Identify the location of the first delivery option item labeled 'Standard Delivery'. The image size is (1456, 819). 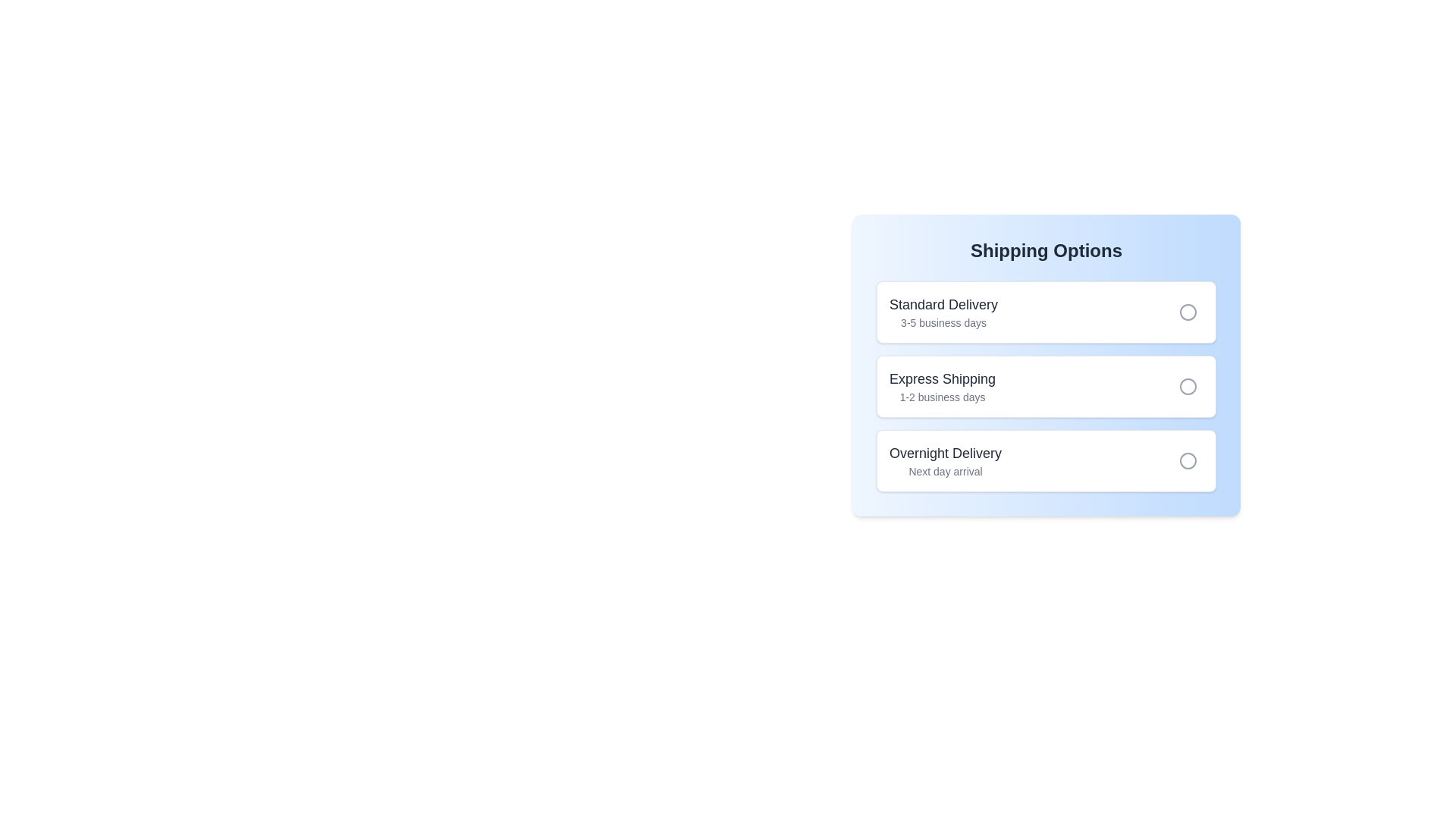
(1046, 312).